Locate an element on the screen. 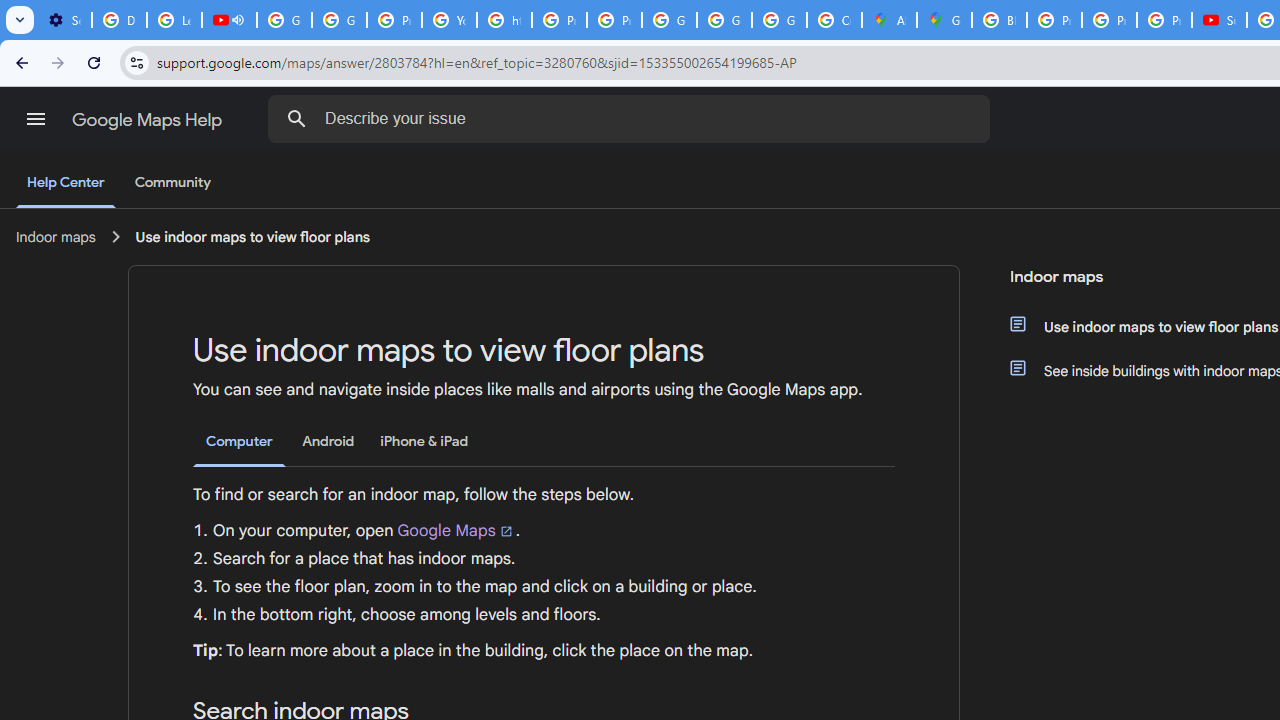 The width and height of the screenshot is (1280, 720). 'Privacy Help Center - Policies Help' is located at coordinates (1053, 20).